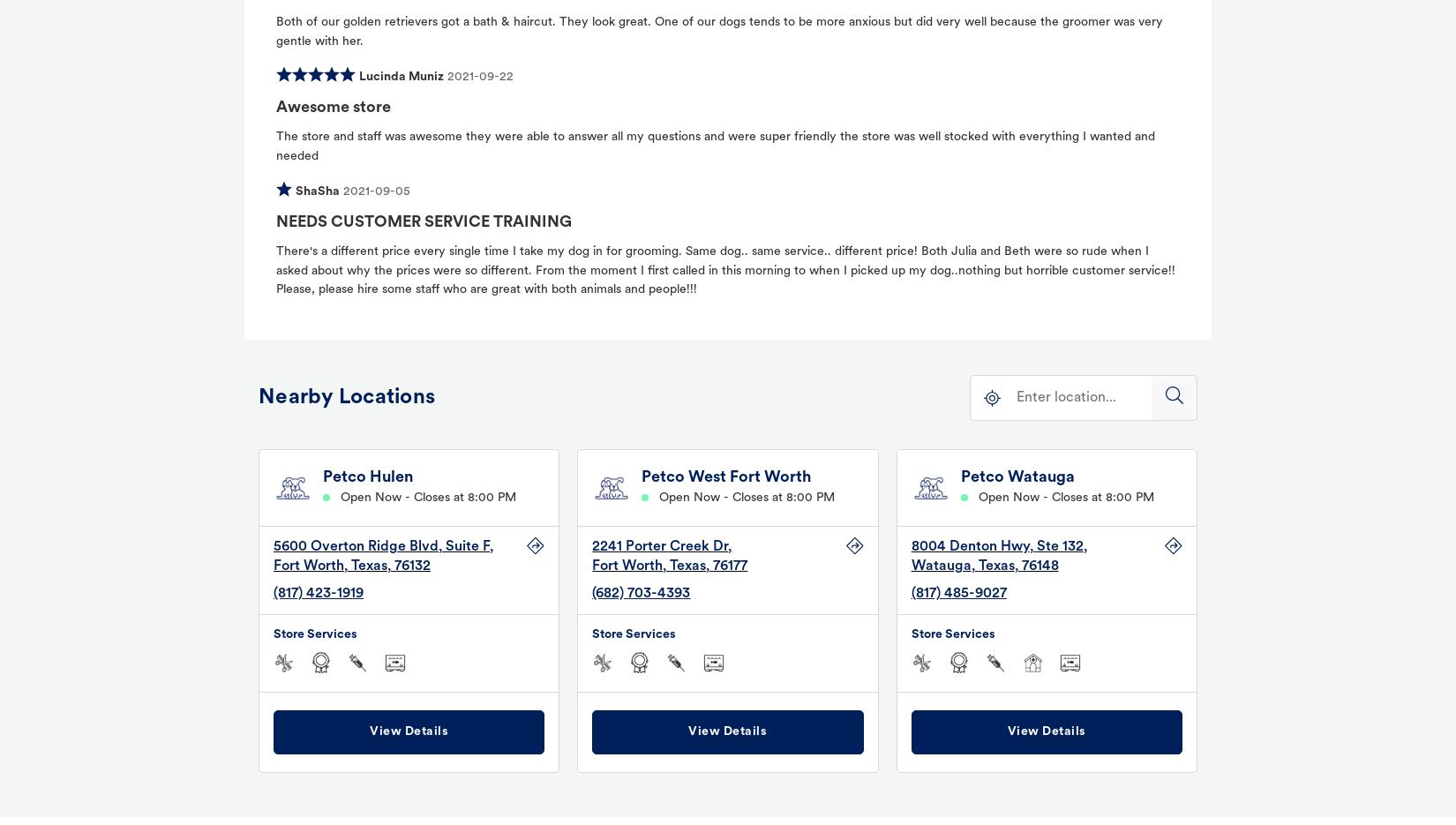 This screenshot has height=825, width=1456. Describe the element at coordinates (749, 476) in the screenshot. I see `'West Fort Worth'` at that location.